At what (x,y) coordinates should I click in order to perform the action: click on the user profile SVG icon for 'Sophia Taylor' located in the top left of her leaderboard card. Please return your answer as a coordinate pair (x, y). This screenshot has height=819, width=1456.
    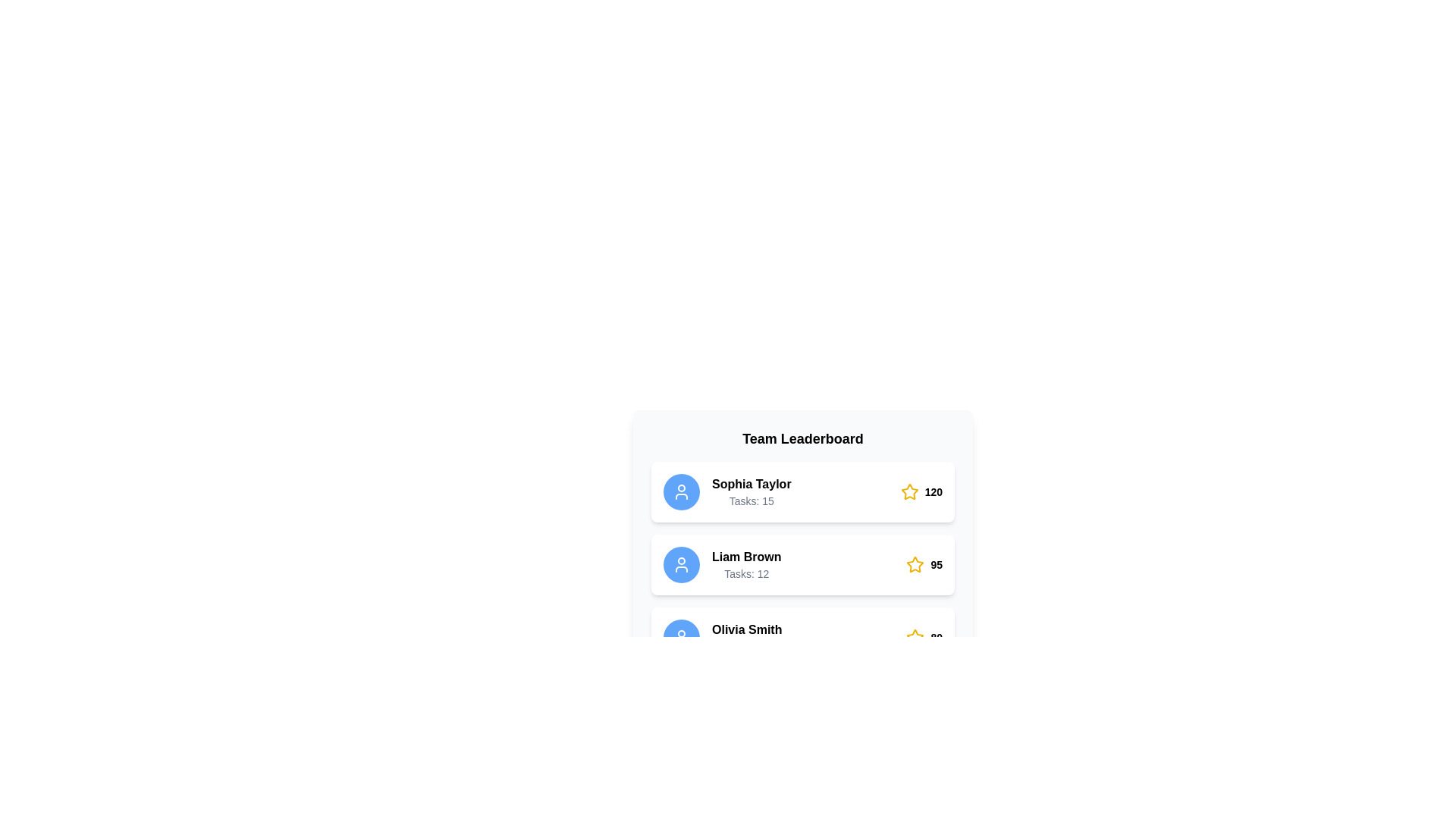
    Looking at the image, I should click on (680, 491).